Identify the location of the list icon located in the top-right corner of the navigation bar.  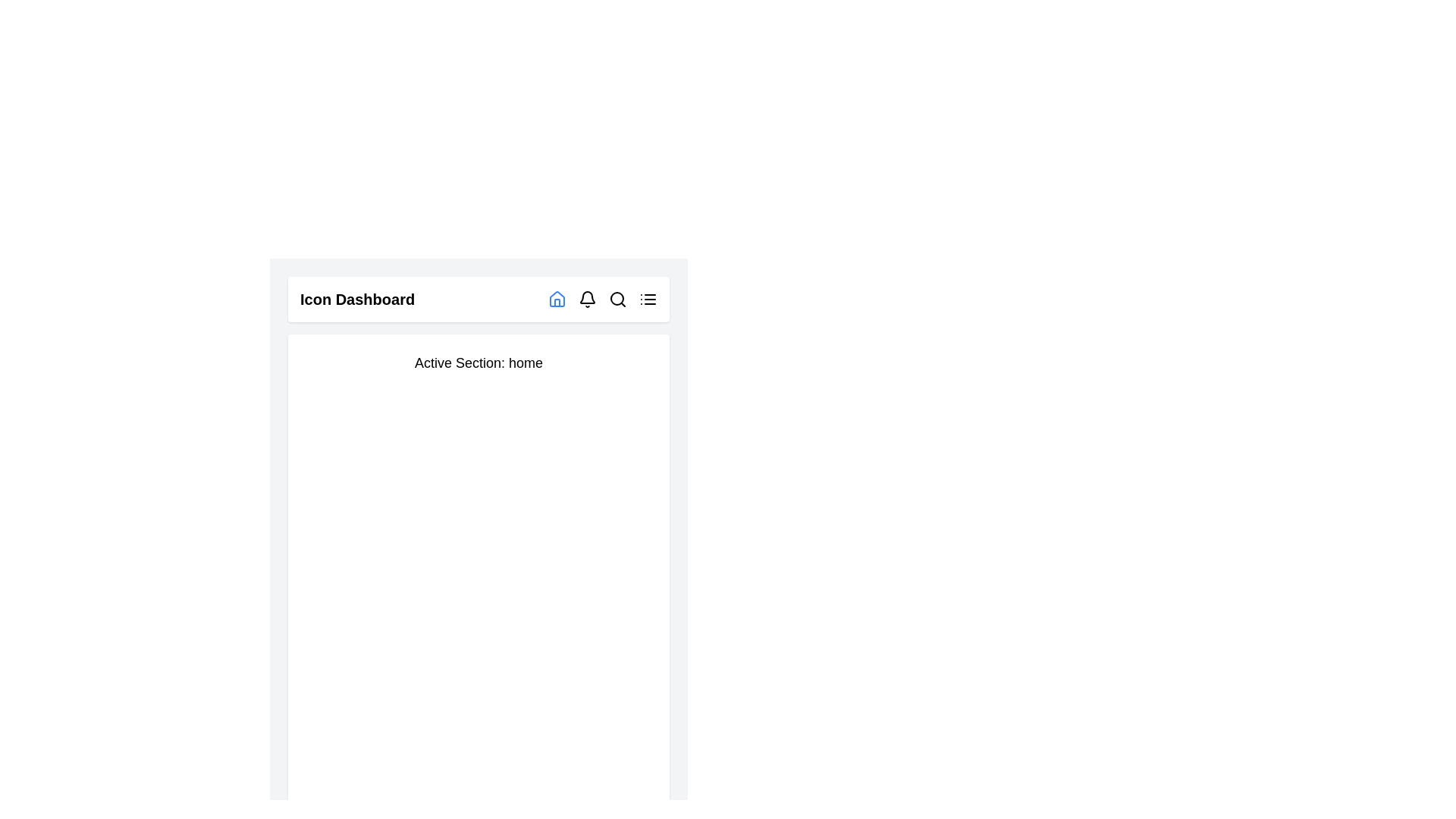
(648, 299).